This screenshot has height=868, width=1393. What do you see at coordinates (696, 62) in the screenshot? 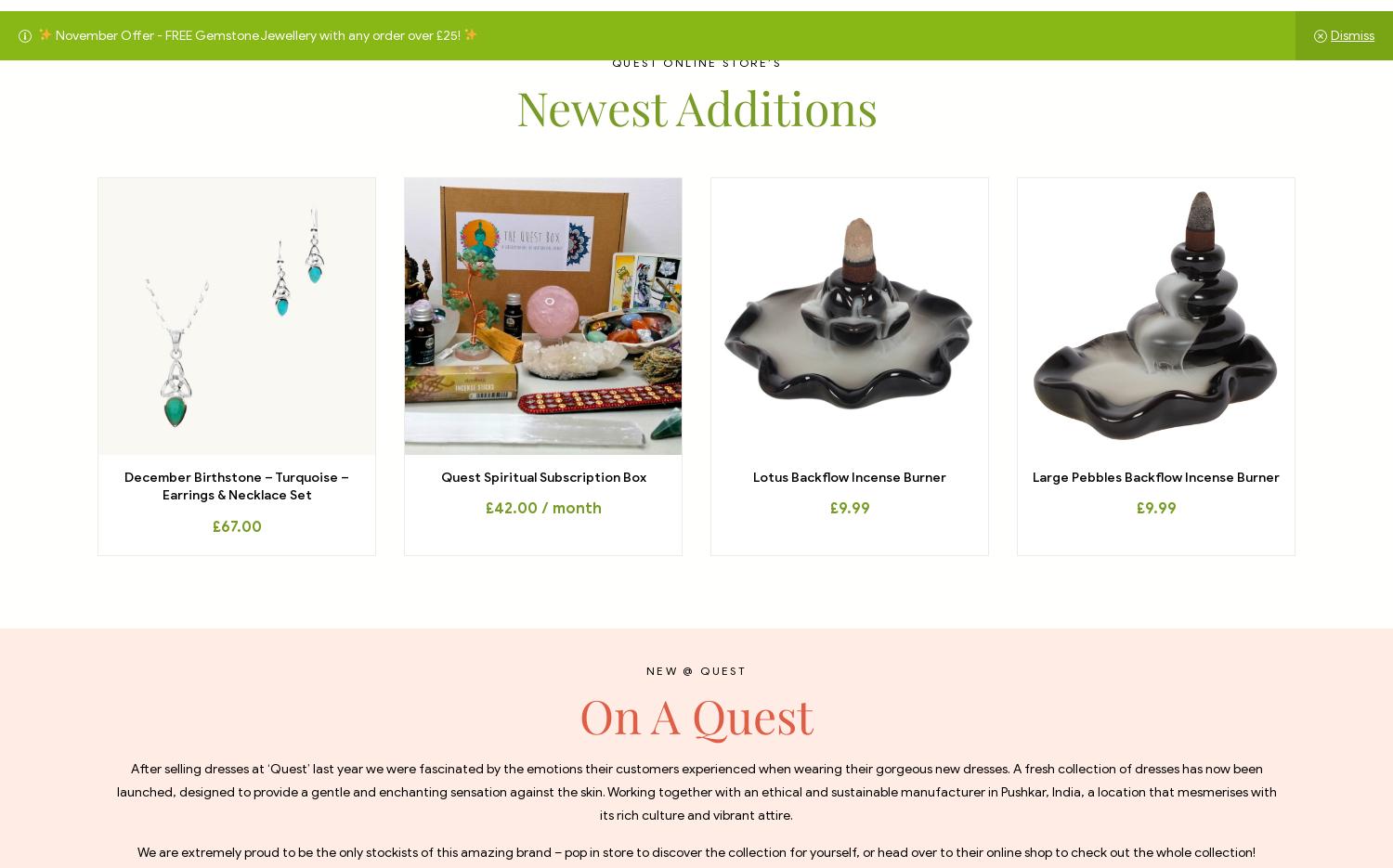
I see `'QUEST ONLINE STORE’S'` at bounding box center [696, 62].